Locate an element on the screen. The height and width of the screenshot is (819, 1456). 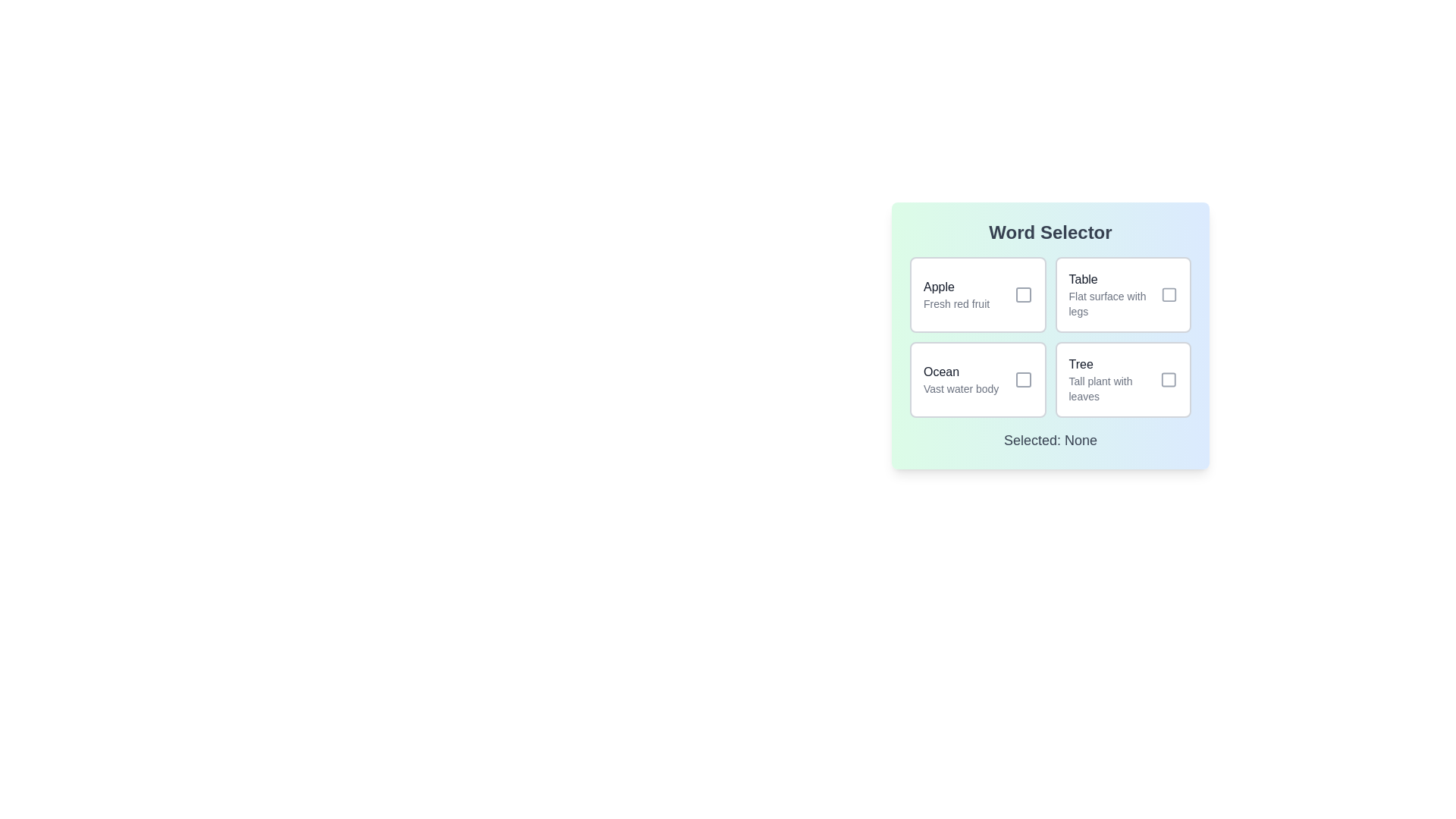
the button corresponding to the word Tree is located at coordinates (1123, 379).